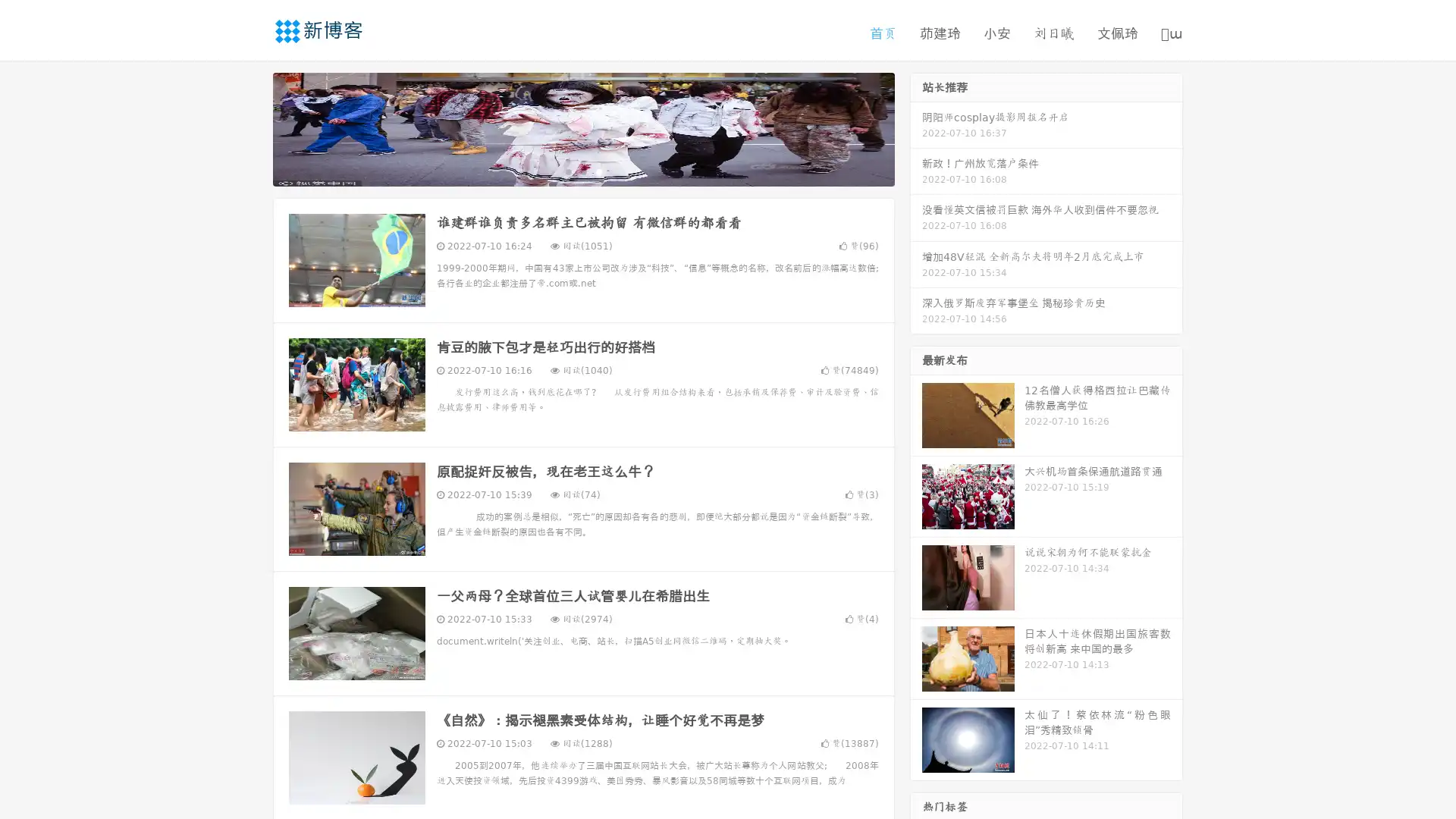 The width and height of the screenshot is (1456, 819). Describe the element at coordinates (916, 127) in the screenshot. I see `Next slide` at that location.